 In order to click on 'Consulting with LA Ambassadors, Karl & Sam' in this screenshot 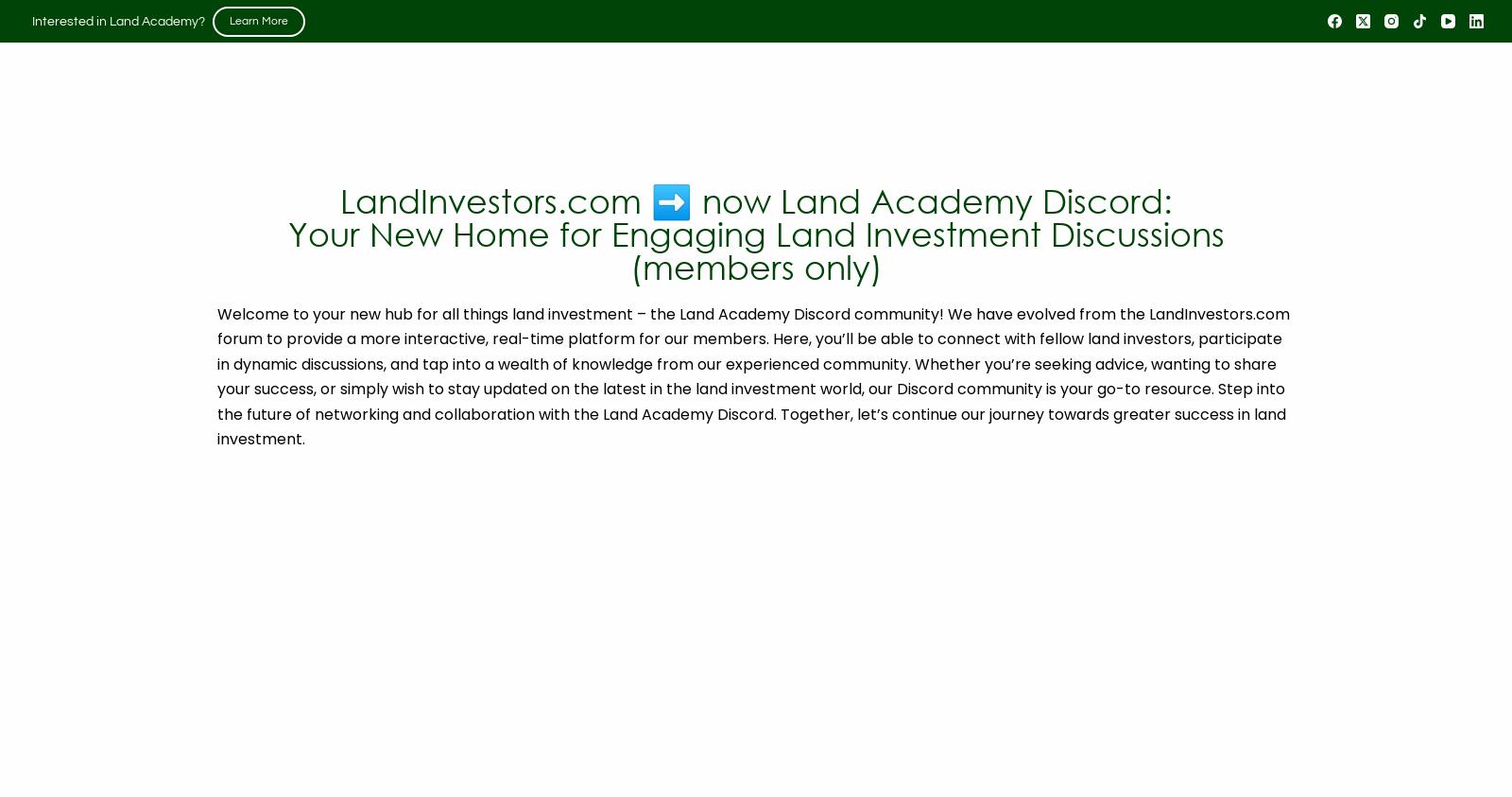, I will do `click(1164, 372)`.